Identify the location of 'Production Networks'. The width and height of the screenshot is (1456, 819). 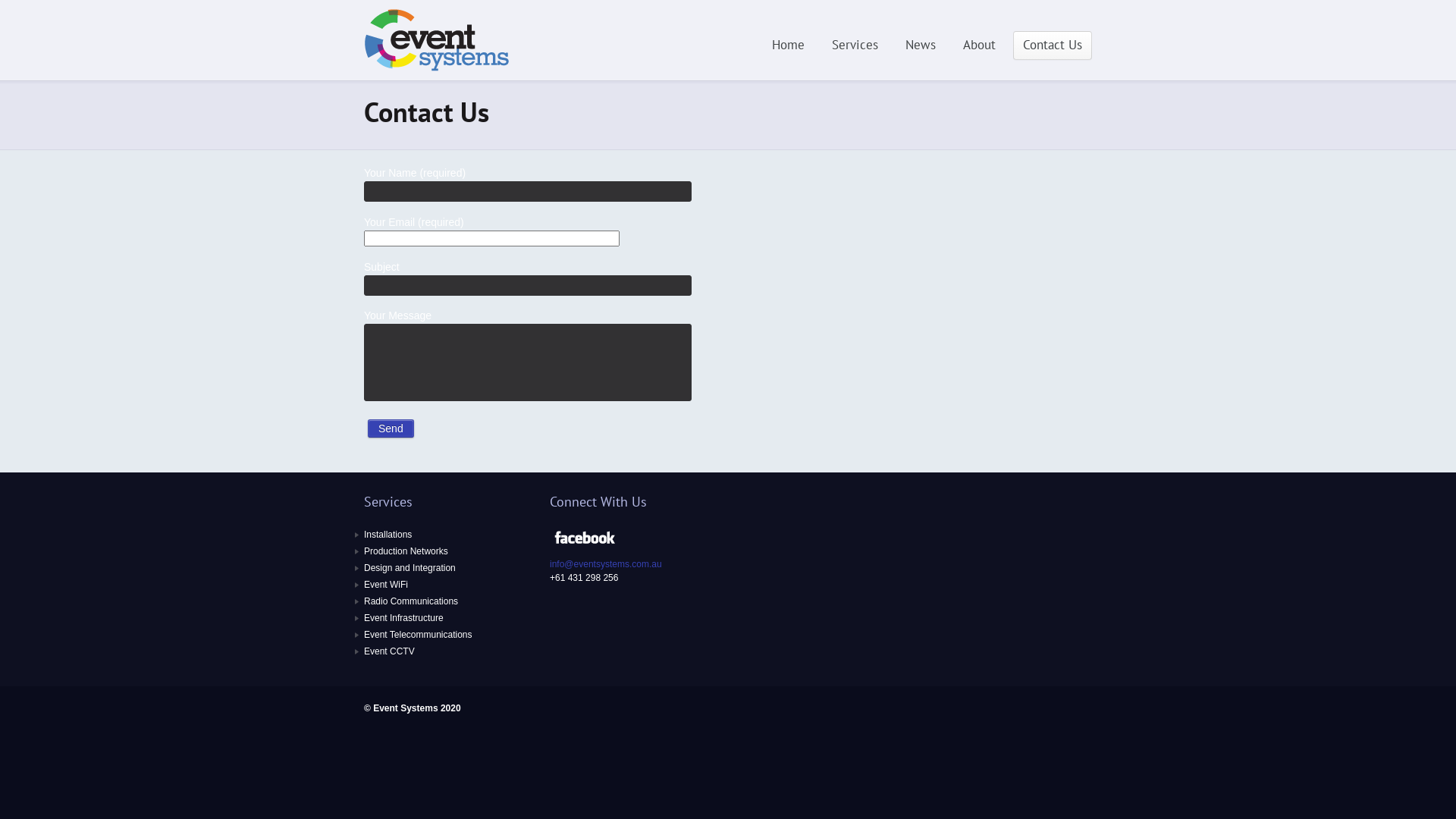
(406, 551).